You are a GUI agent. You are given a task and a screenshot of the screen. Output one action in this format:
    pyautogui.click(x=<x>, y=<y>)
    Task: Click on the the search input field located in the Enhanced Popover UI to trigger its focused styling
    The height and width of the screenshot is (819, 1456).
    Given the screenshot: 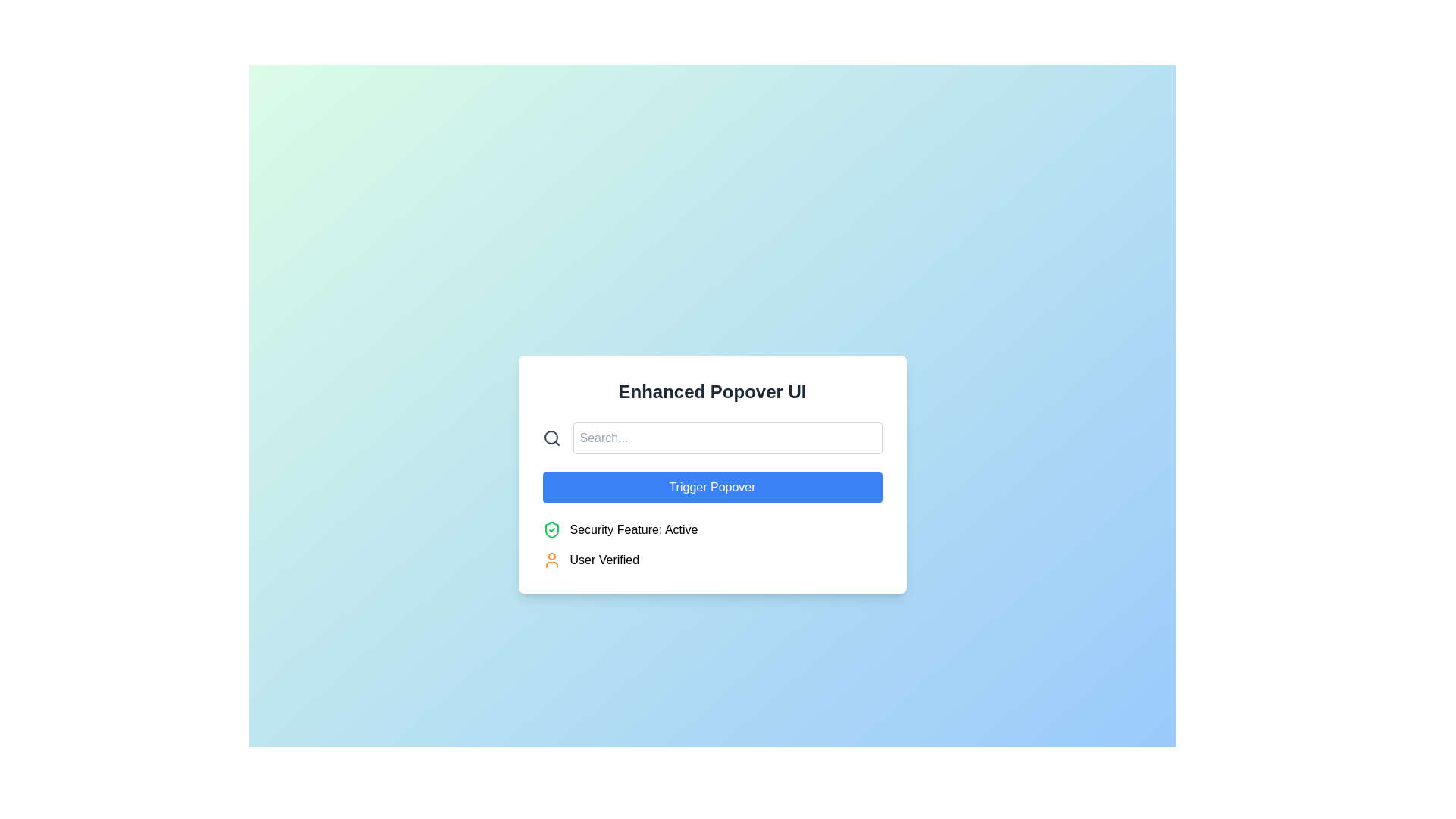 What is the action you would take?
    pyautogui.click(x=726, y=438)
    